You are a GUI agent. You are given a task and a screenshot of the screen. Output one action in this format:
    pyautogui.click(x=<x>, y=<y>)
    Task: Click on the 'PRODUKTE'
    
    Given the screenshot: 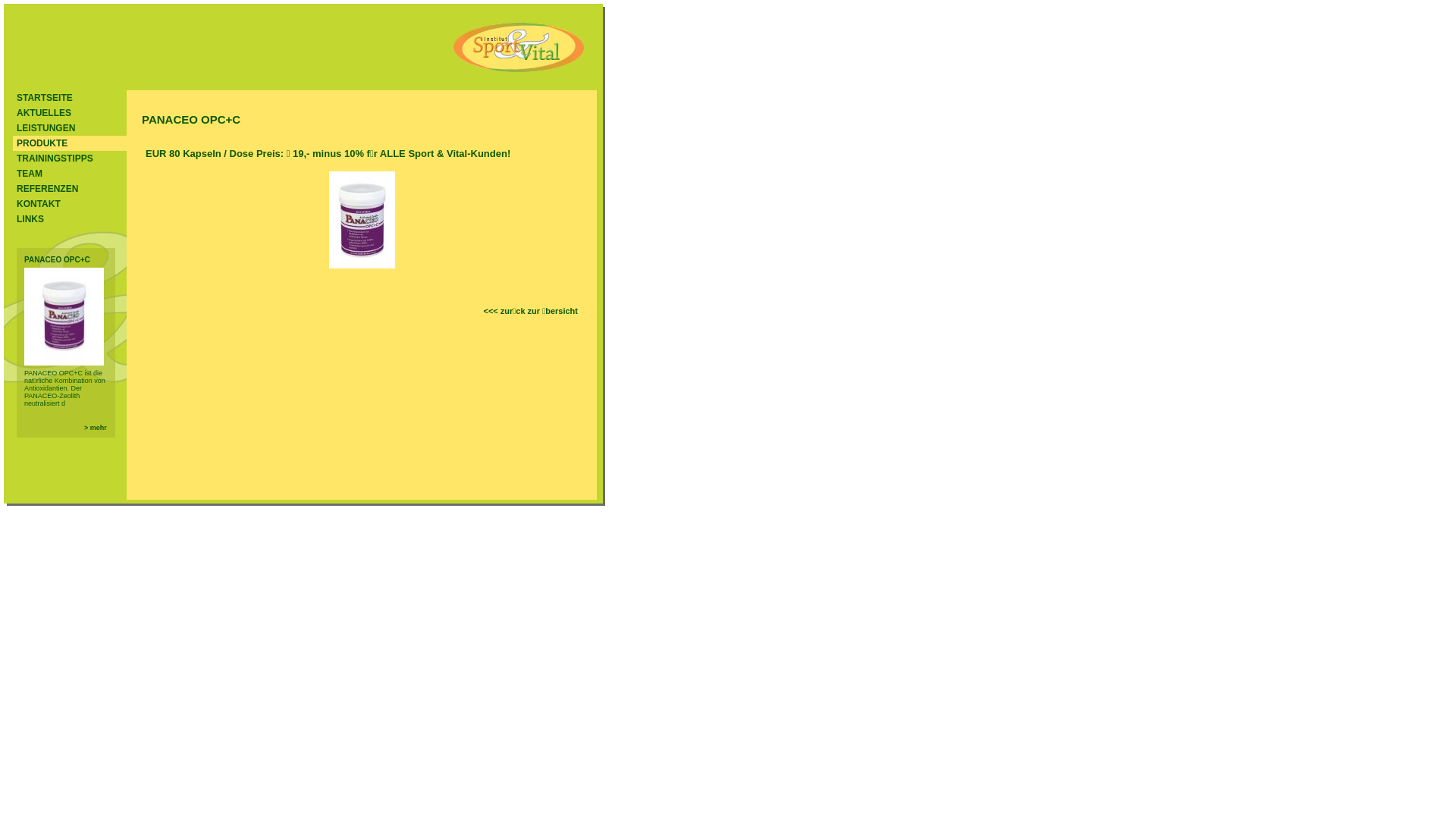 What is the action you would take?
    pyautogui.click(x=68, y=143)
    